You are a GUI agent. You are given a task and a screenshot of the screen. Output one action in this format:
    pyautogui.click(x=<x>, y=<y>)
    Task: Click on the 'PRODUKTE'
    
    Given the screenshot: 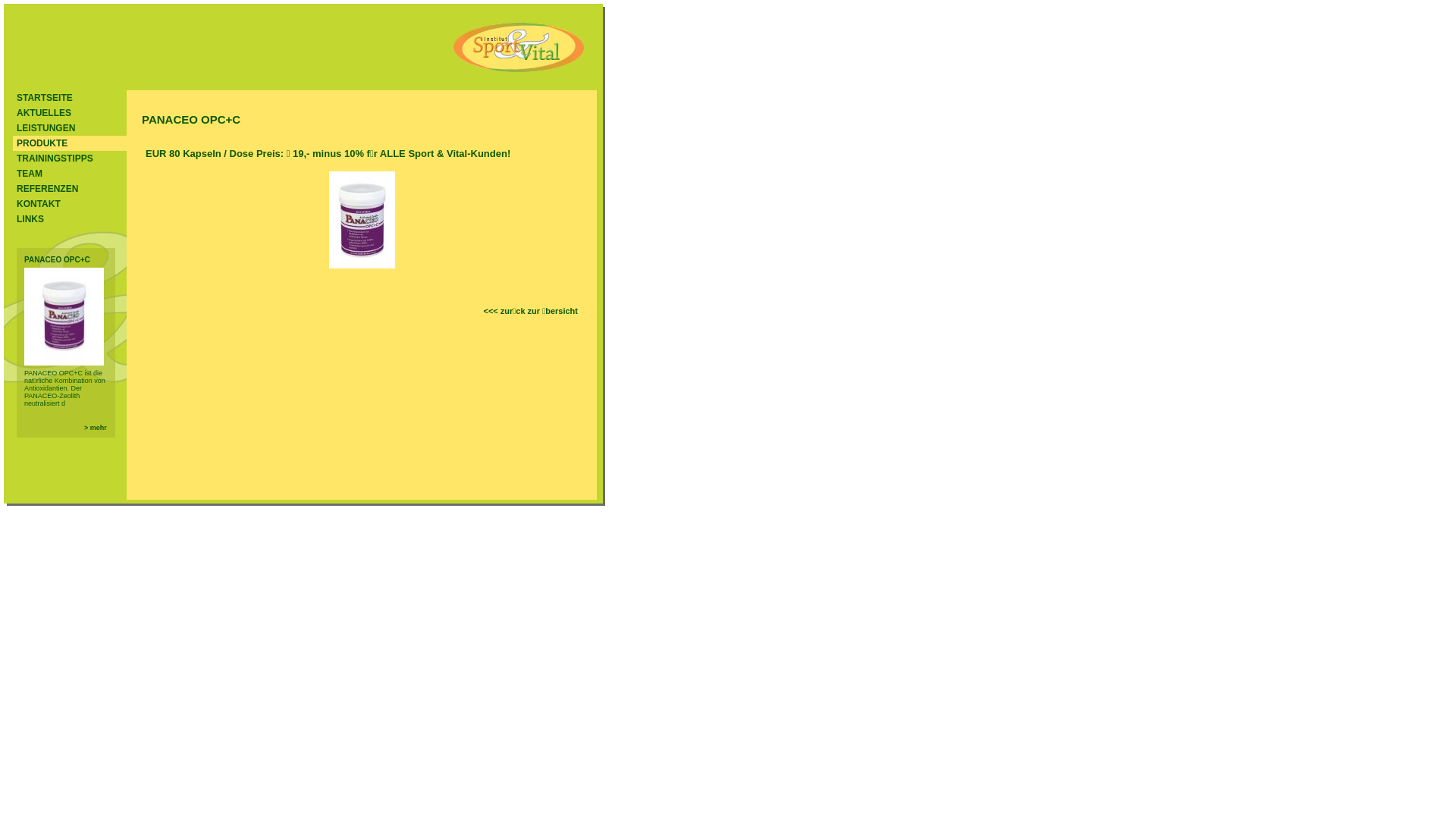 What is the action you would take?
    pyautogui.click(x=68, y=143)
    